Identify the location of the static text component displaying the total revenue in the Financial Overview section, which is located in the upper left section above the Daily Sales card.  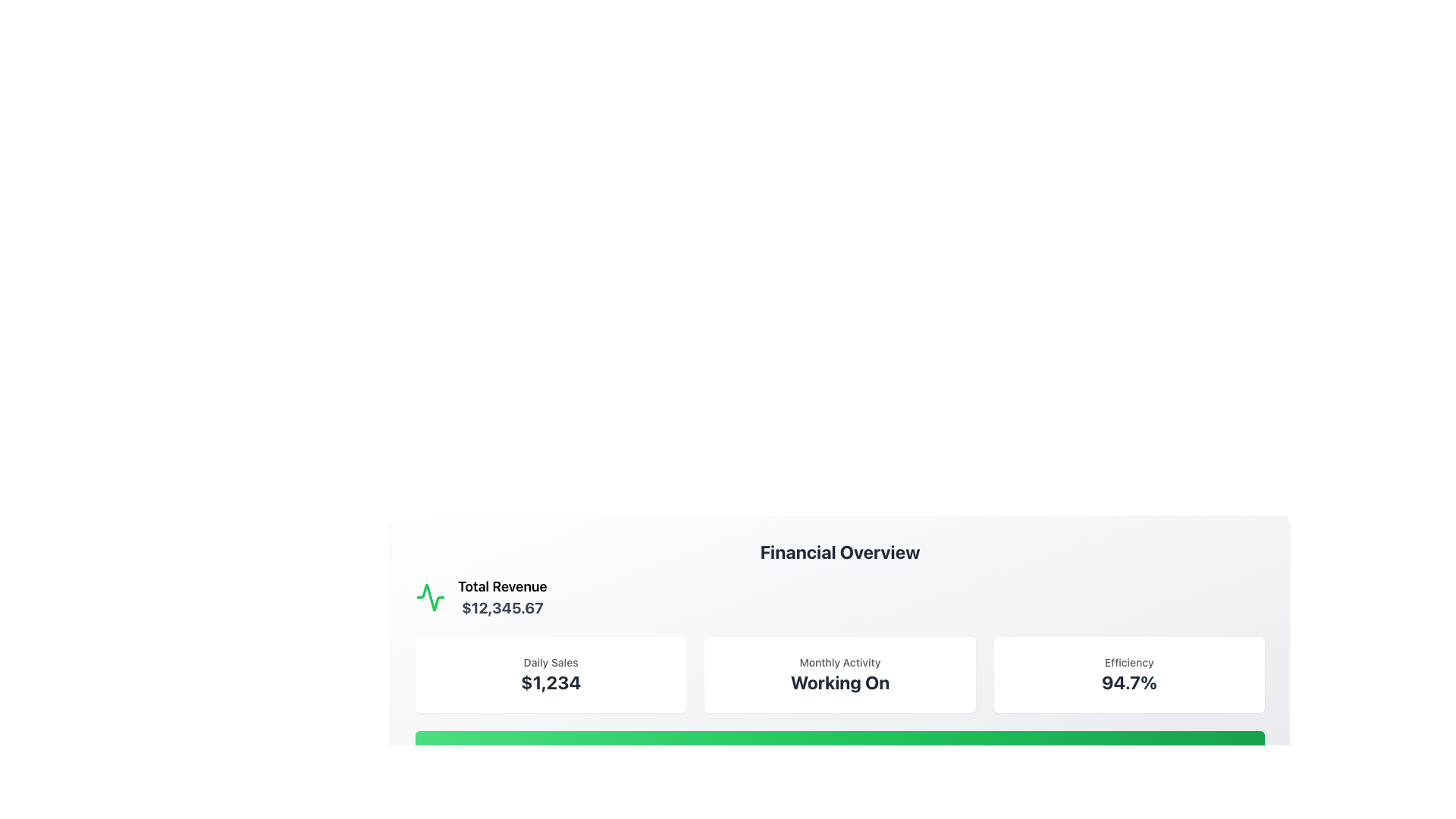
(502, 596).